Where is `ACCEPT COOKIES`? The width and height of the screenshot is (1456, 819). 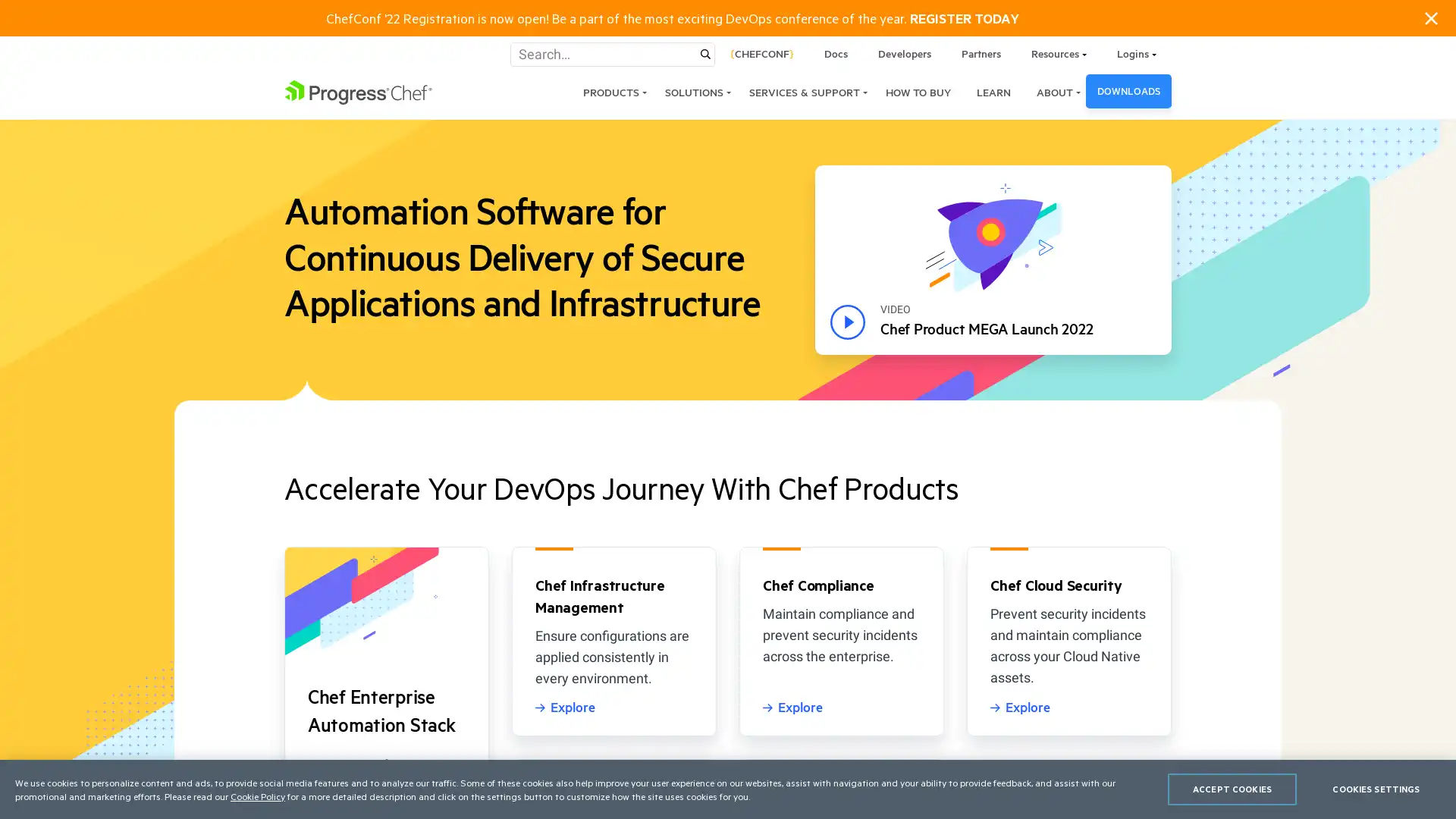 ACCEPT COOKIES is located at coordinates (1232, 789).